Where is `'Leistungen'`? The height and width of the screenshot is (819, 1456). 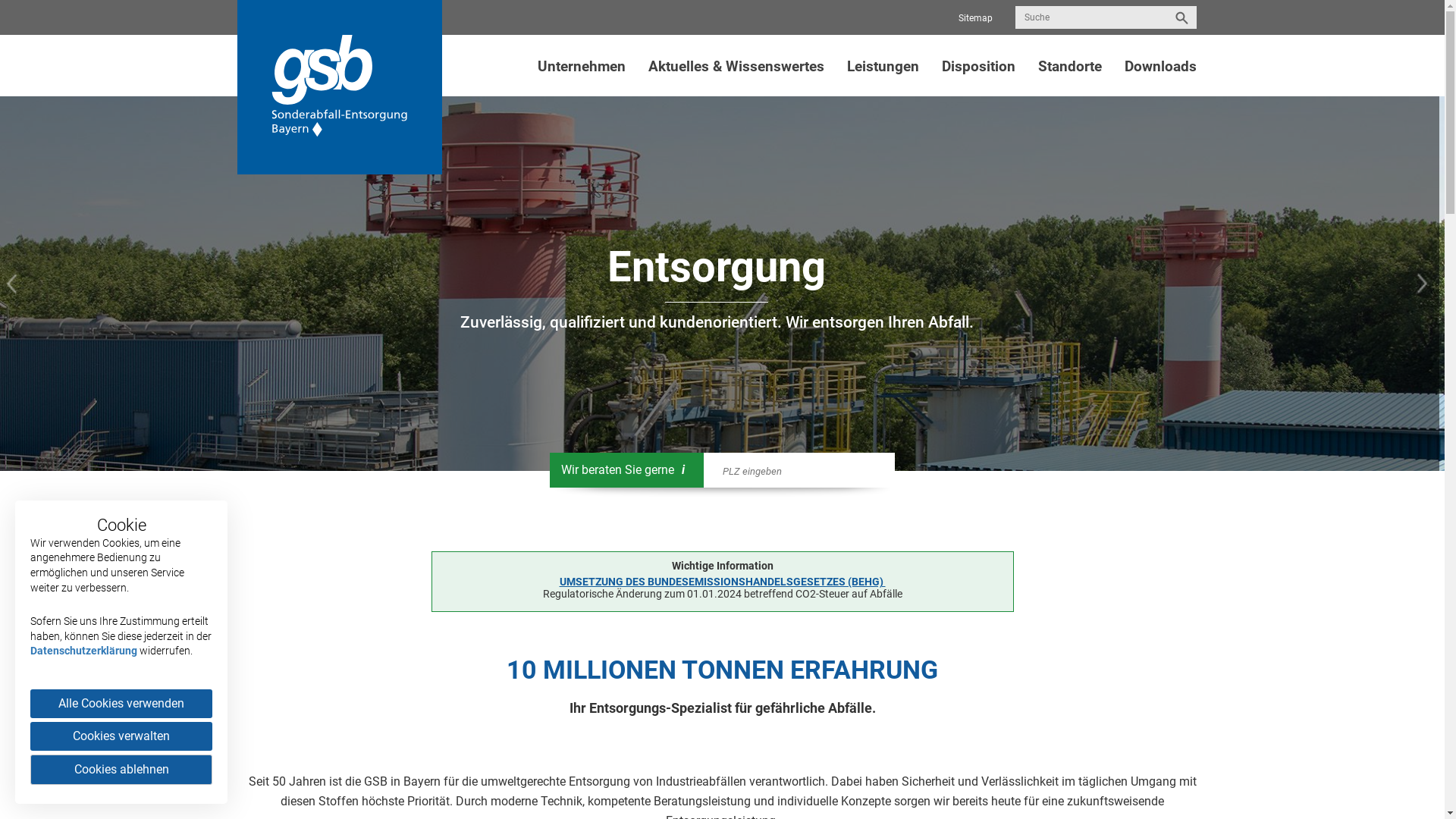
'Leistungen' is located at coordinates (883, 65).